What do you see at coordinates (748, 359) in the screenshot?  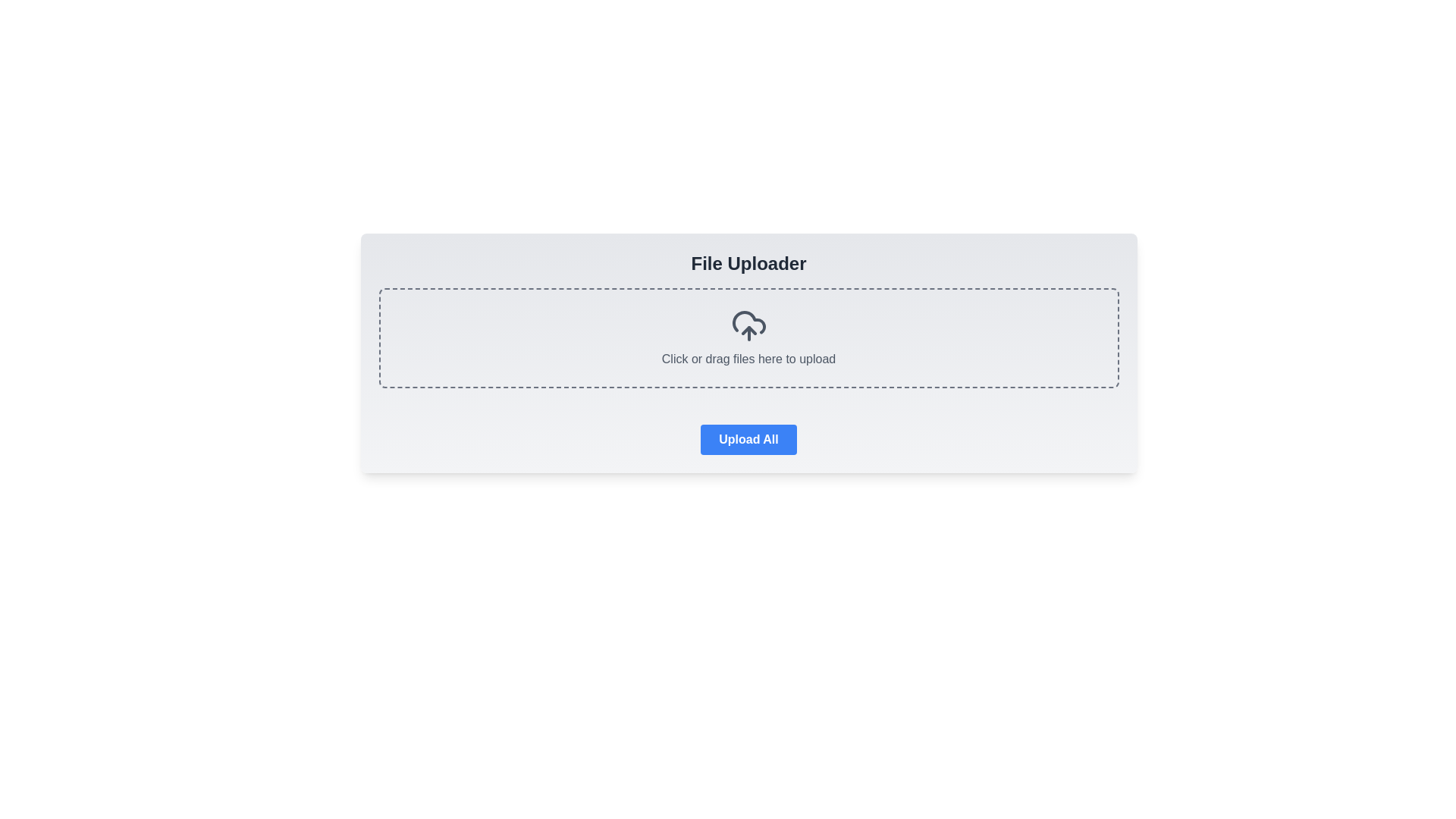 I see `the instructional text in the file upload interface, which is positioned near the bottom of a dashed rectangle, below an upload icon` at bounding box center [748, 359].